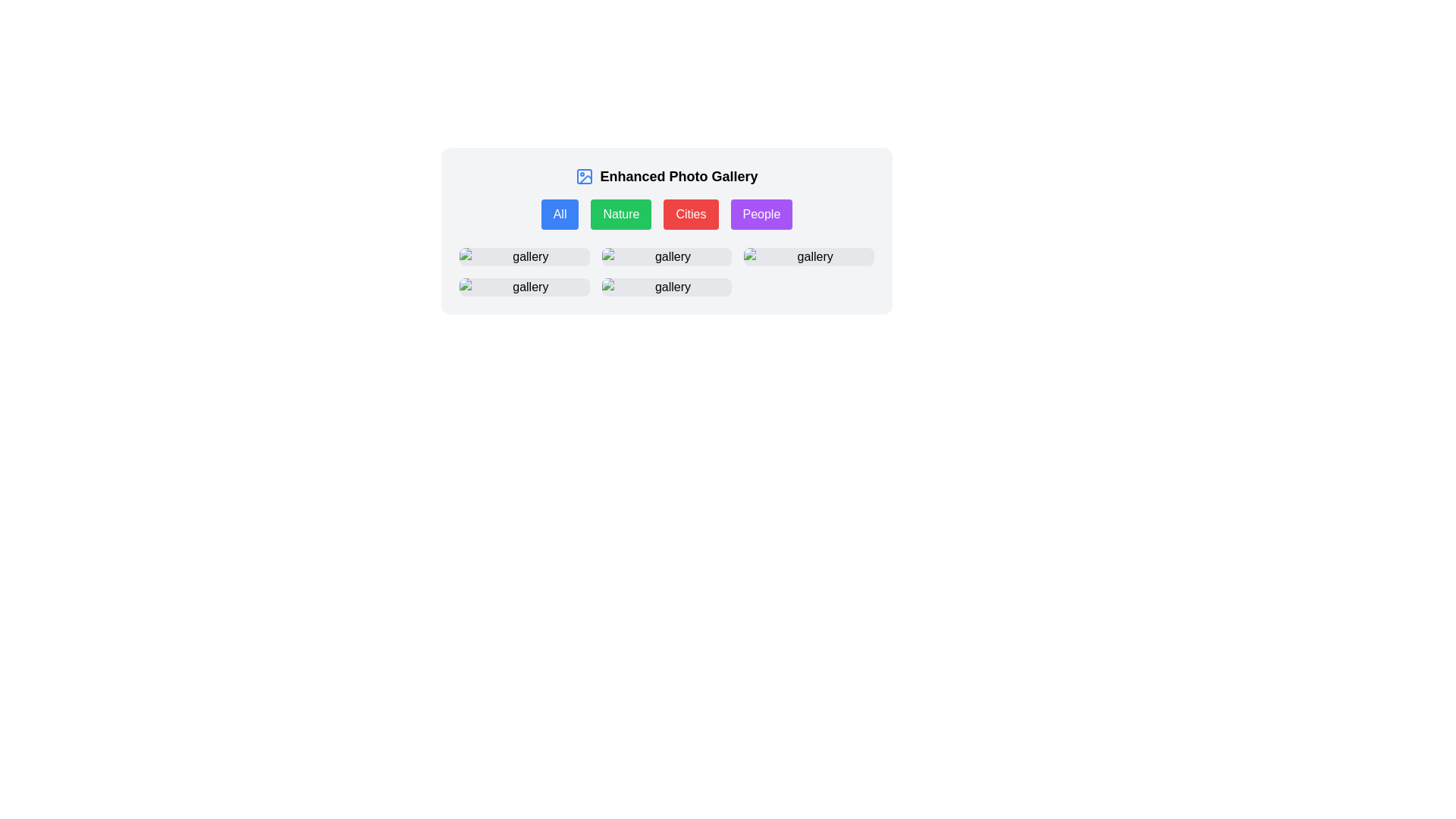 Image resolution: width=1456 pixels, height=819 pixels. I want to click on the red 'Cities' button with rounded corners, so click(690, 214).